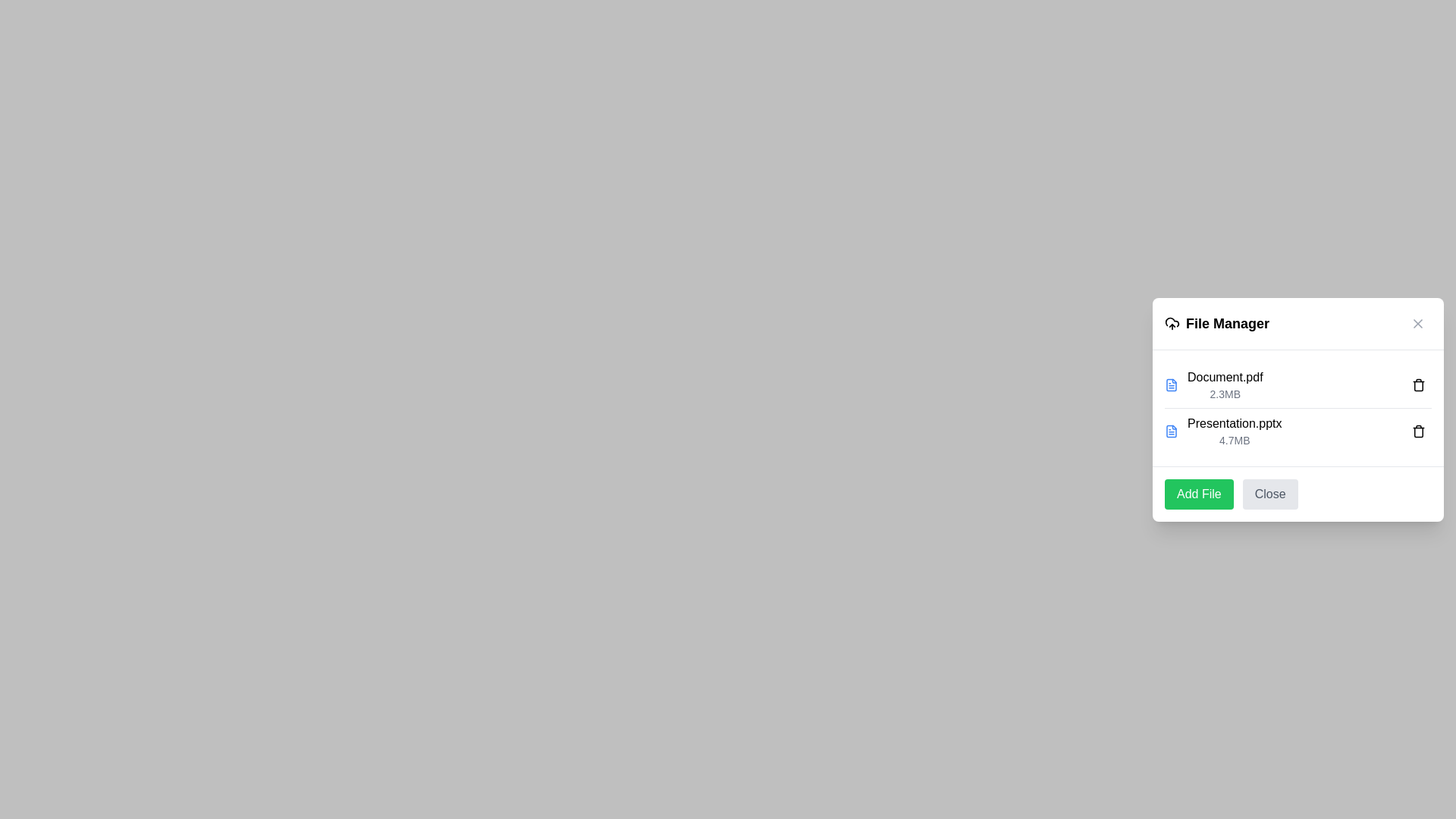 The image size is (1456, 819). What do you see at coordinates (1418, 384) in the screenshot?
I see `the trash can icon button located at the far right end of a file item row in the file manager modal` at bounding box center [1418, 384].